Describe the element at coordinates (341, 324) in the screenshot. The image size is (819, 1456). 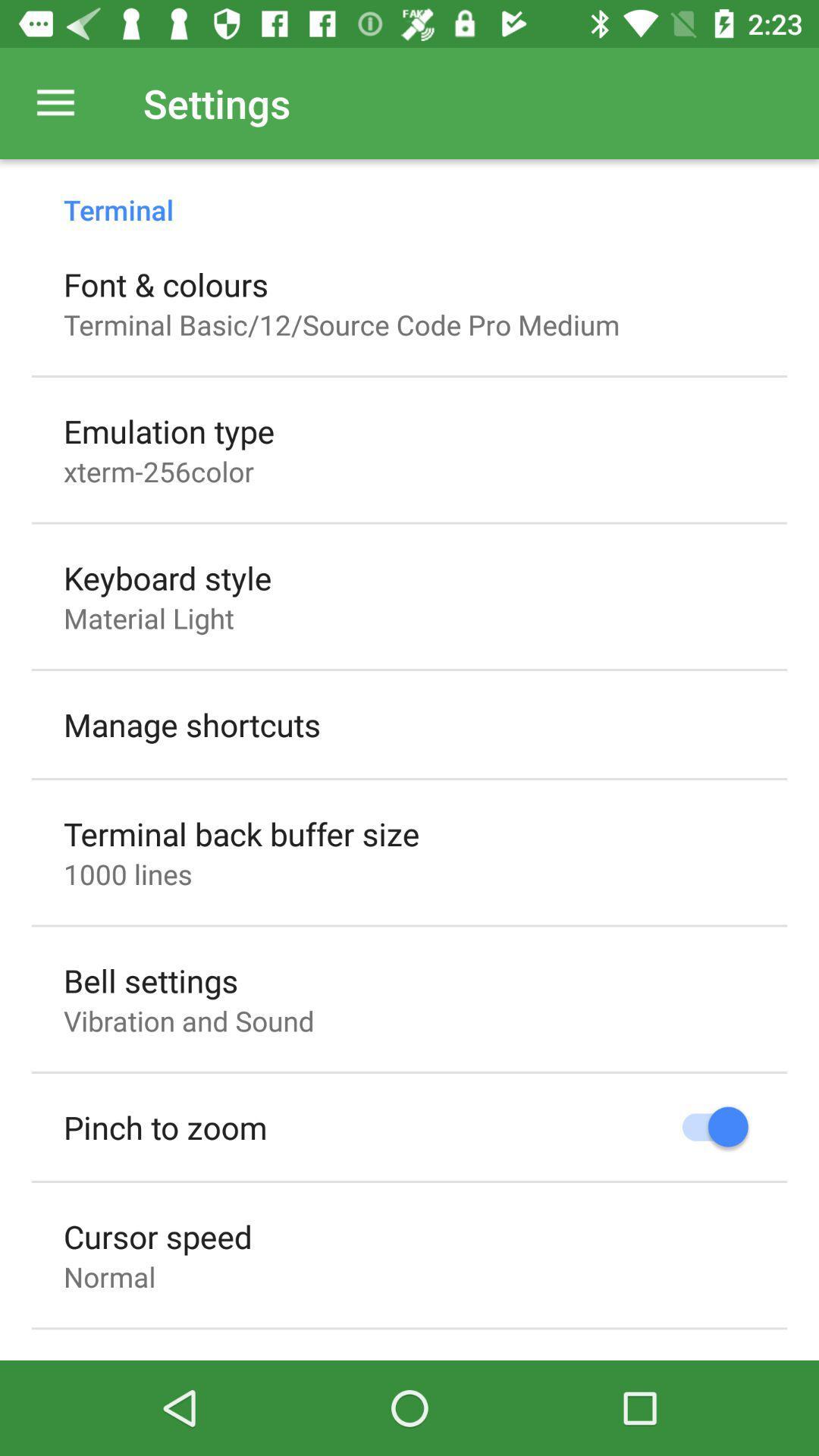
I see `item below the font & colours` at that location.